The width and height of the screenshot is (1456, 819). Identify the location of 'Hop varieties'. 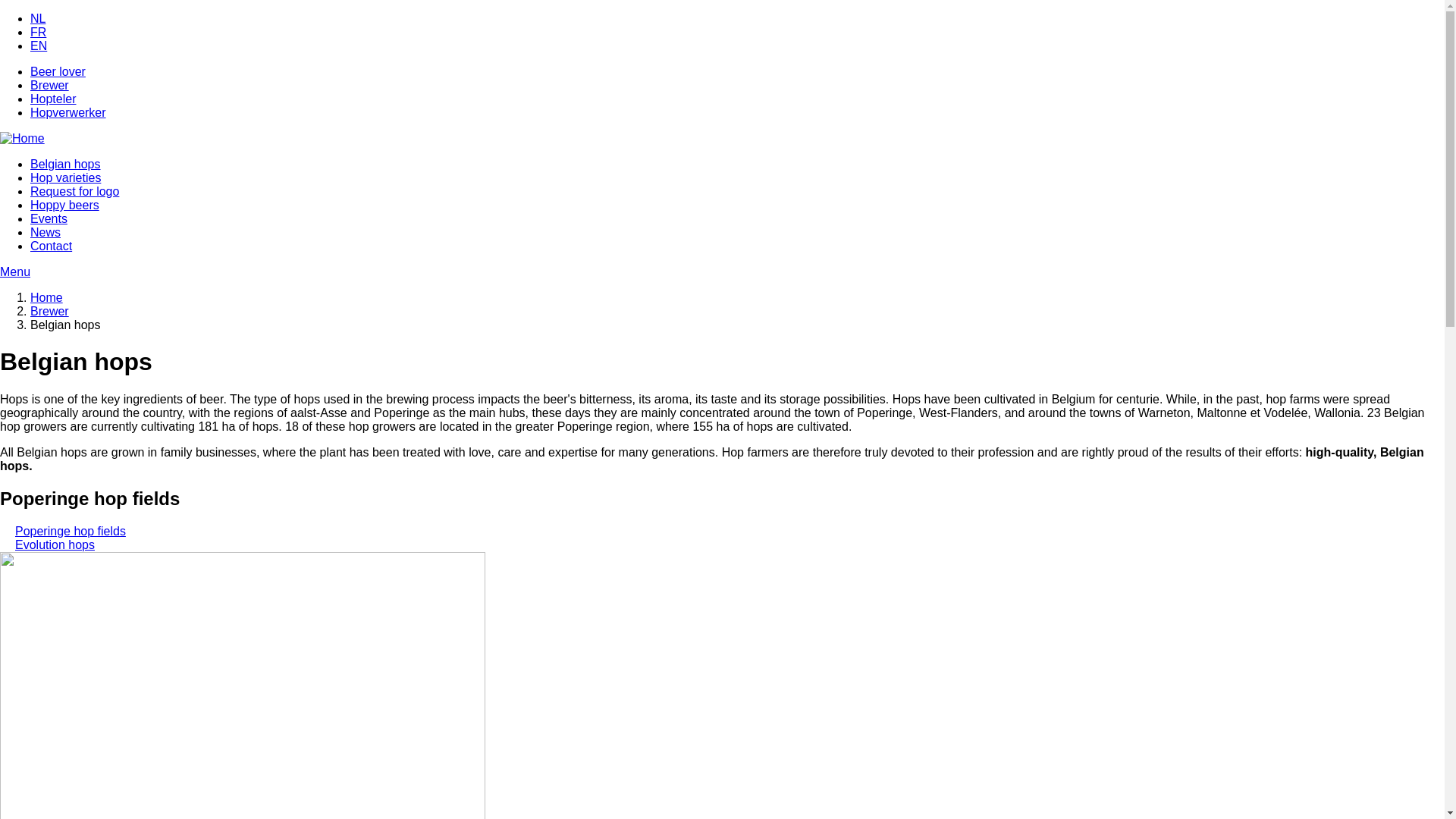
(64, 177).